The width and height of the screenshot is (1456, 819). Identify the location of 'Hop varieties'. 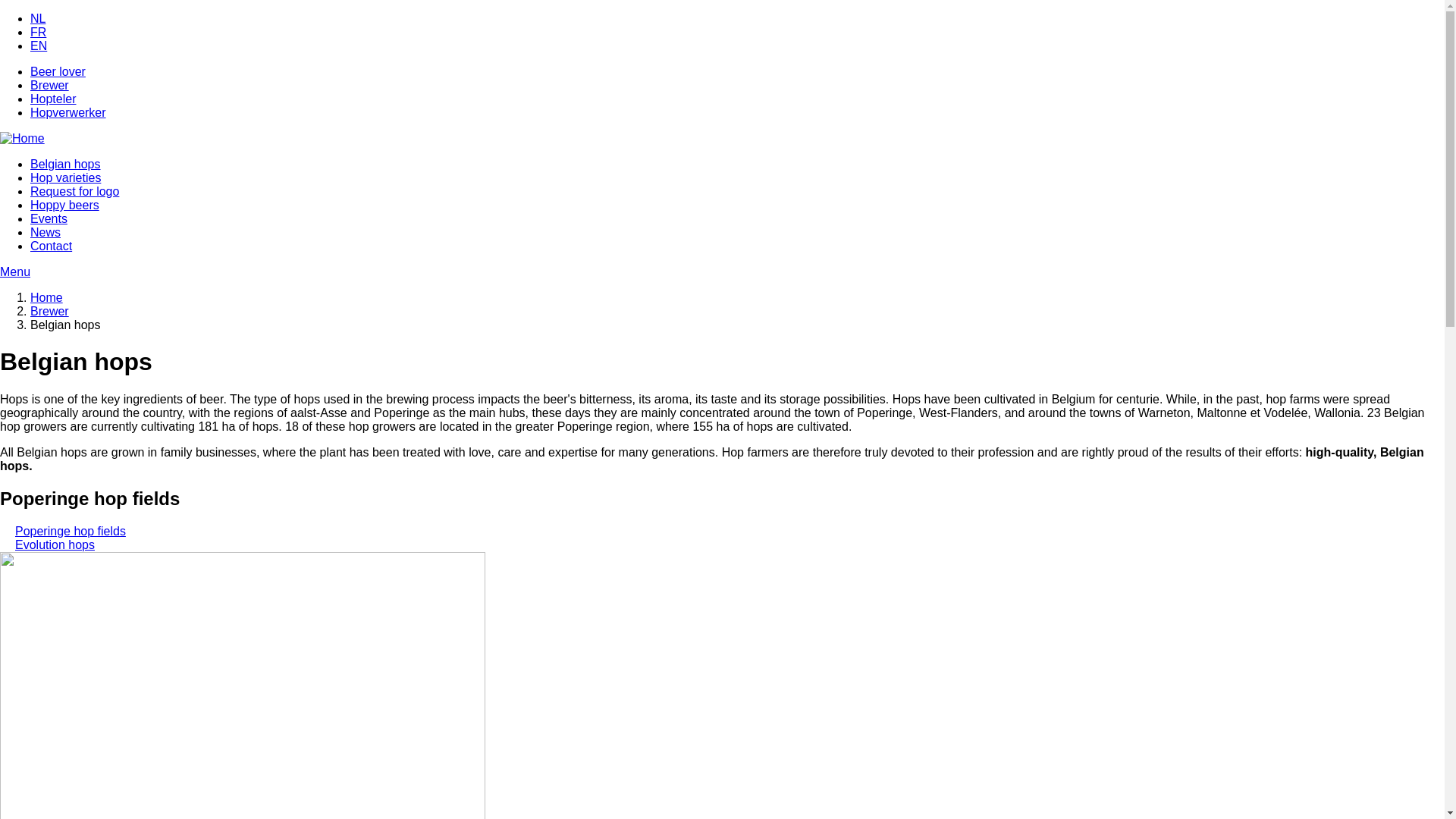
(64, 177).